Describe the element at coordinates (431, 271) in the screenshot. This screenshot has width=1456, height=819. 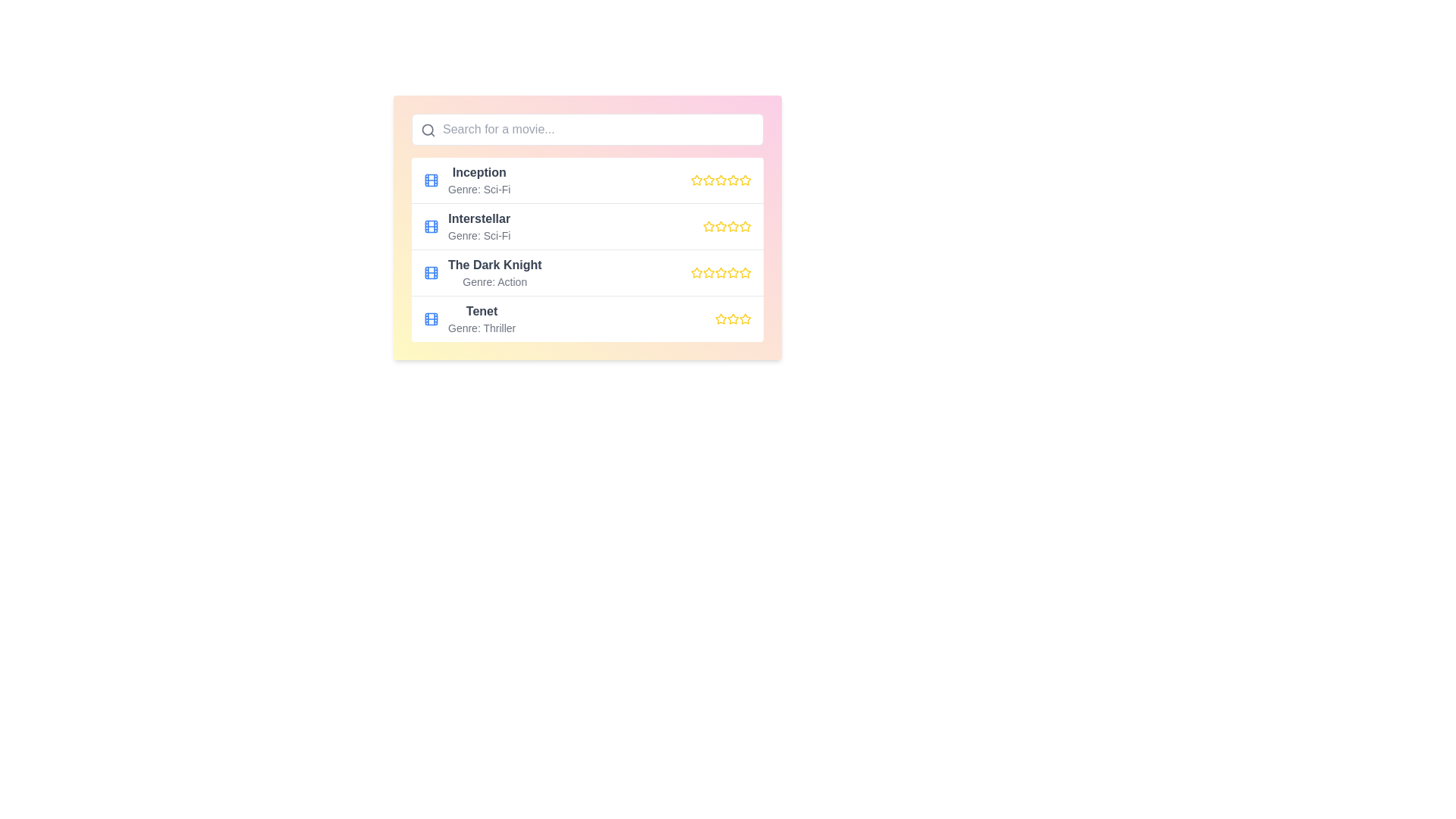
I see `the film icon representing 'The Dark Knight' movie entry, which is located above the genre description and to the left of the text in the vertically stacked list of movie cards` at that location.